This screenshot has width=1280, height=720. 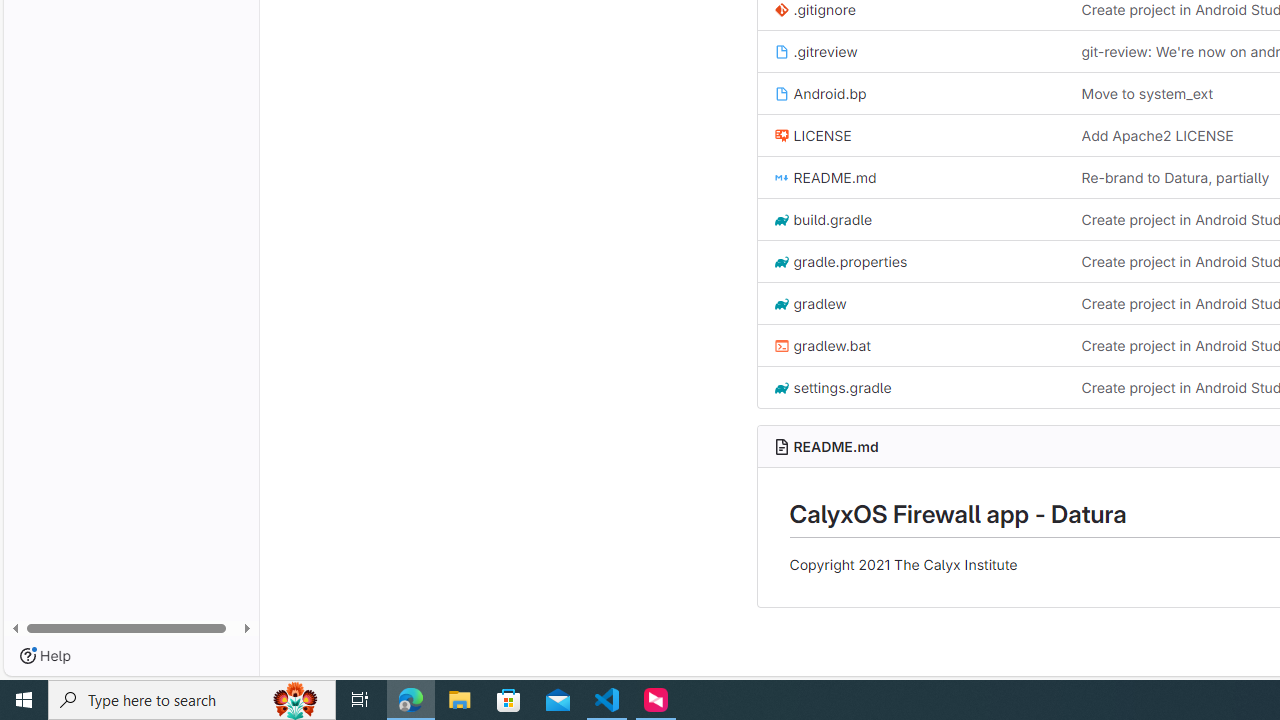 I want to click on 'Move to system_ext', so click(x=1147, y=93).